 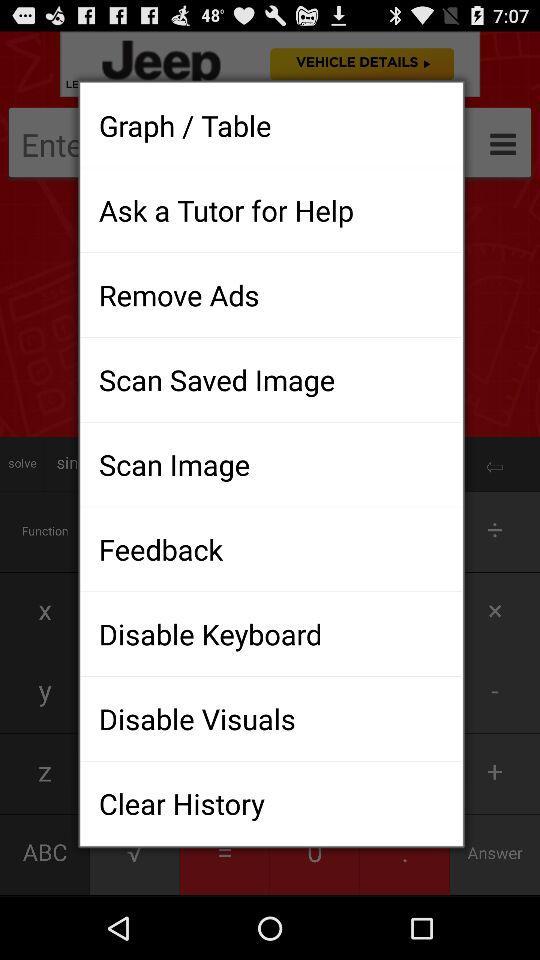 I want to click on the label icon, so click(x=20, y=21).